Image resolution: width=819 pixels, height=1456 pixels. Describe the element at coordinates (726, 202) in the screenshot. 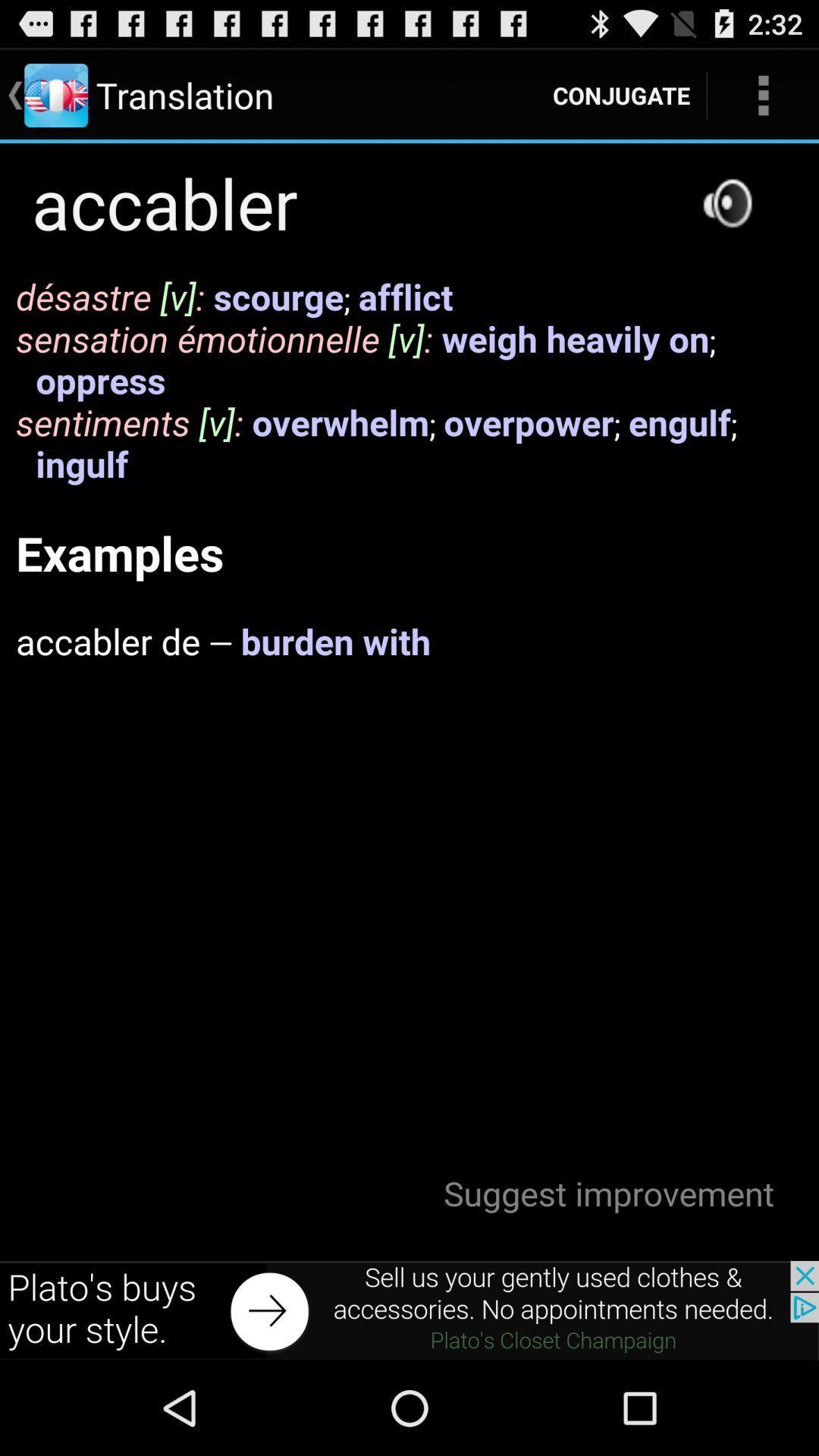

I see `click for volume` at that location.